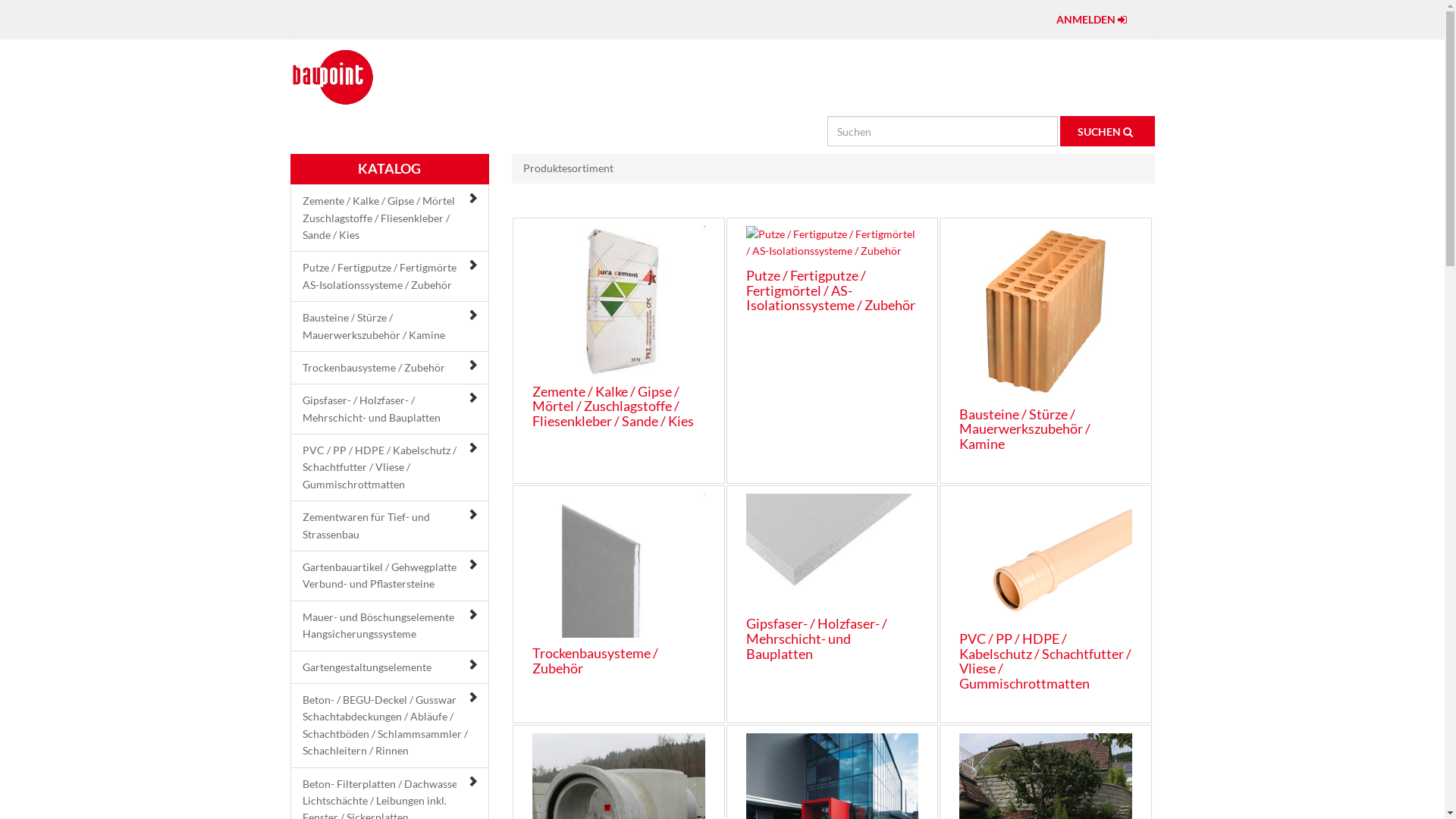  Describe the element at coordinates (1107, 130) in the screenshot. I see `'SUCHEN '` at that location.